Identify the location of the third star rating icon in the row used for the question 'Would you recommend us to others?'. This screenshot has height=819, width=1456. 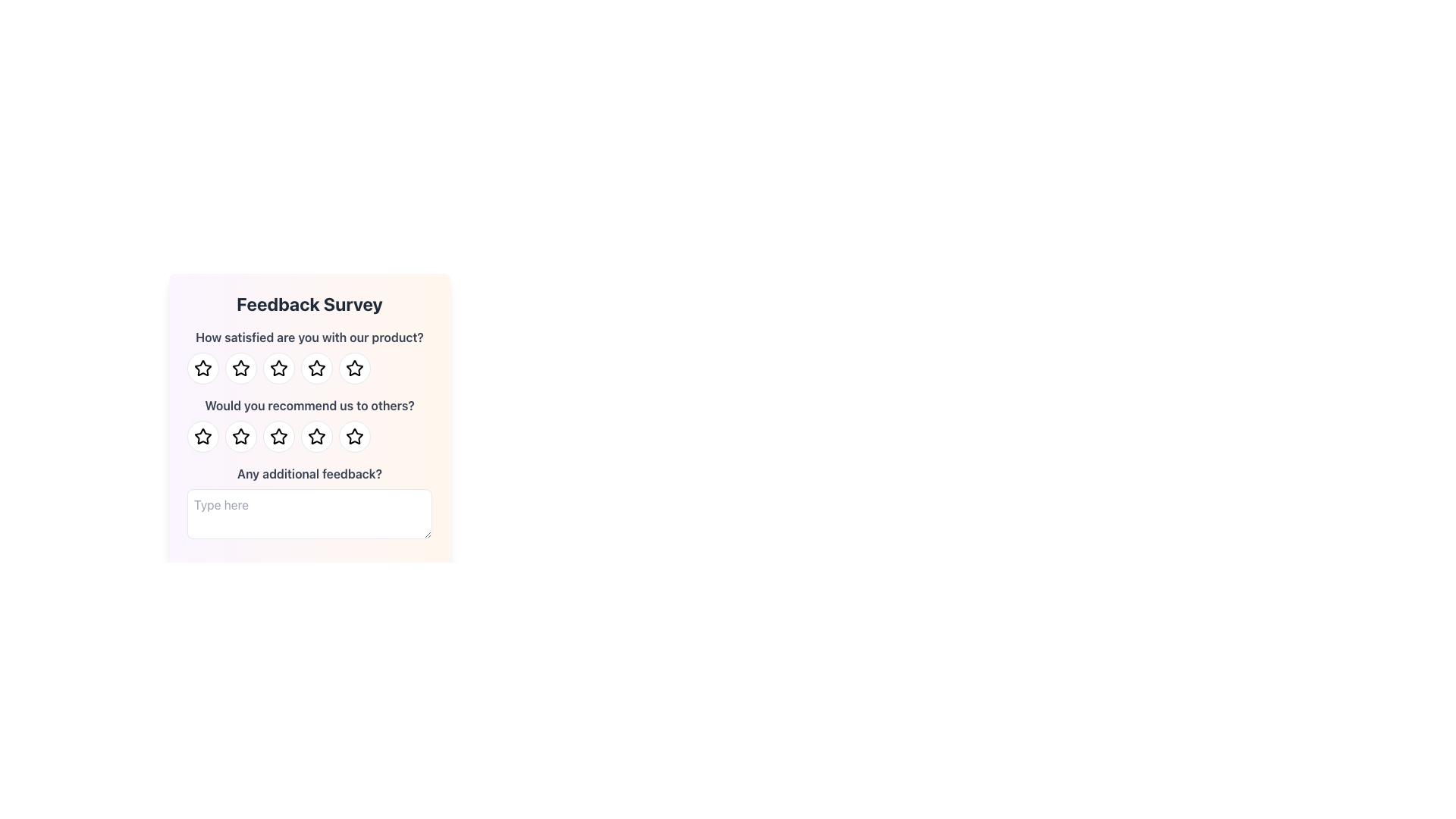
(353, 436).